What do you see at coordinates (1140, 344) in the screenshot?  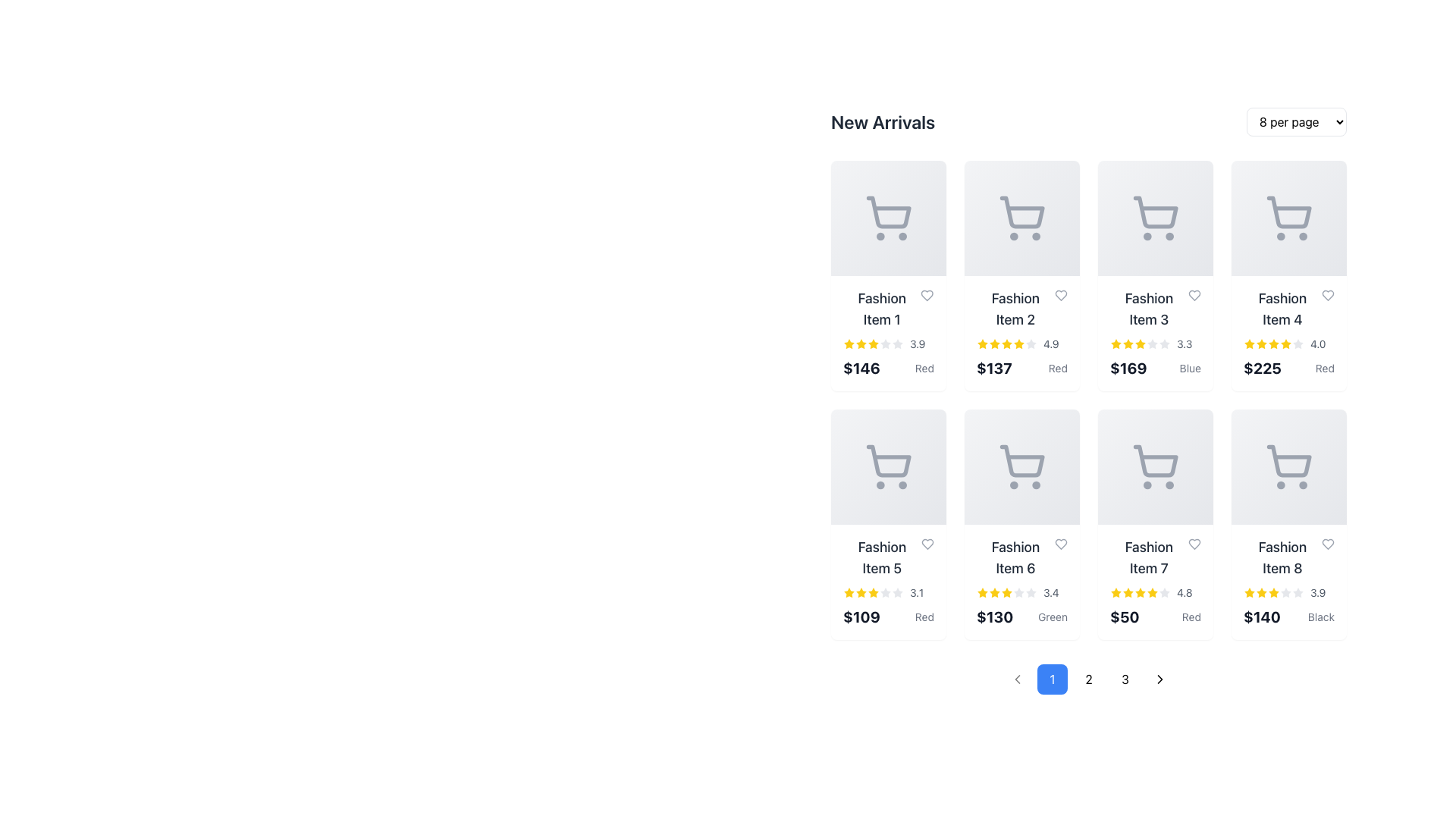 I see `the fourth yellow star icon in the rating visualization for the 'Fashion Item 3' product card, located in the second column of the first row` at bounding box center [1140, 344].